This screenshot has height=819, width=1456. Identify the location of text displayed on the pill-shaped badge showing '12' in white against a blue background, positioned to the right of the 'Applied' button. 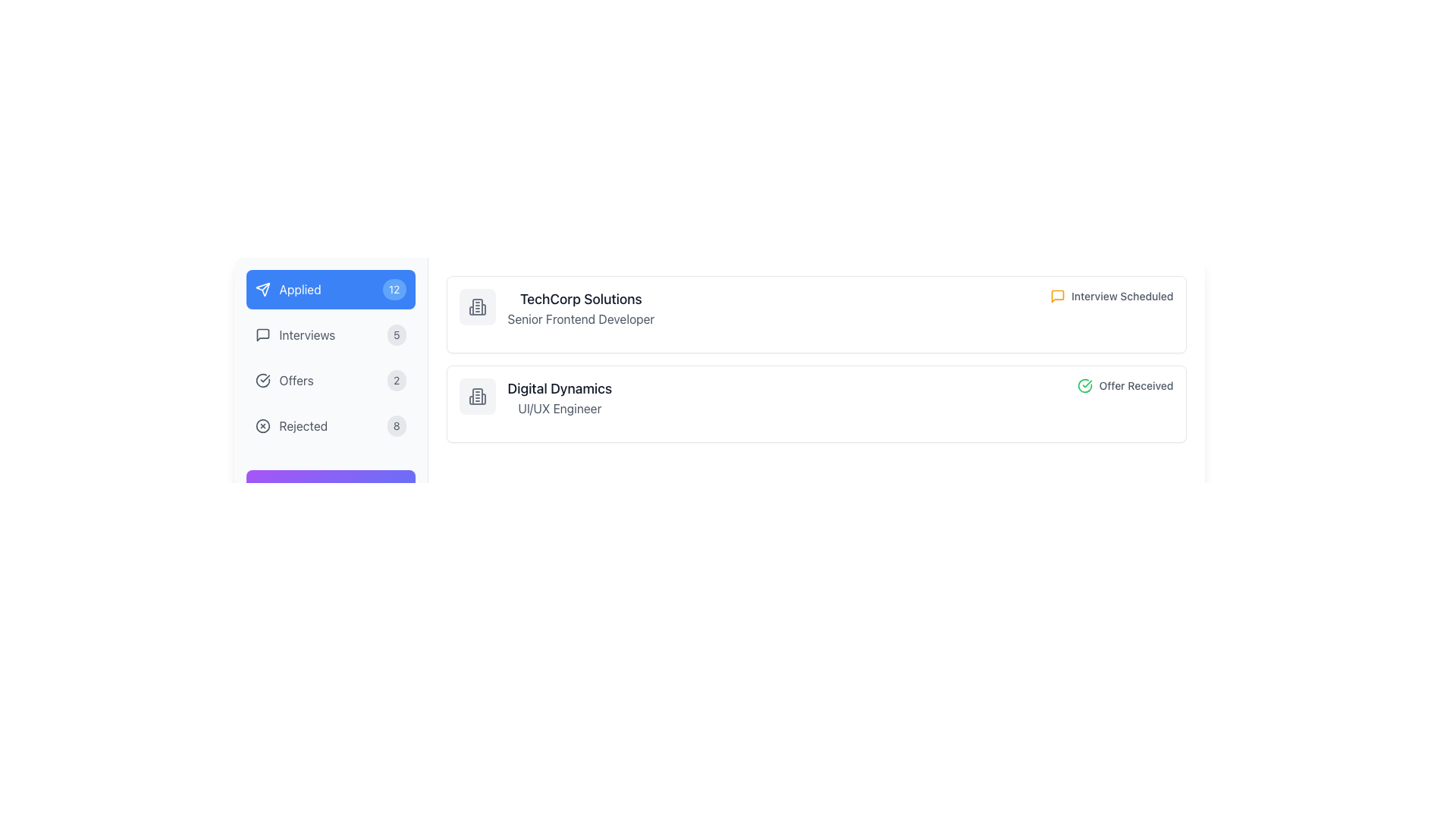
(394, 289).